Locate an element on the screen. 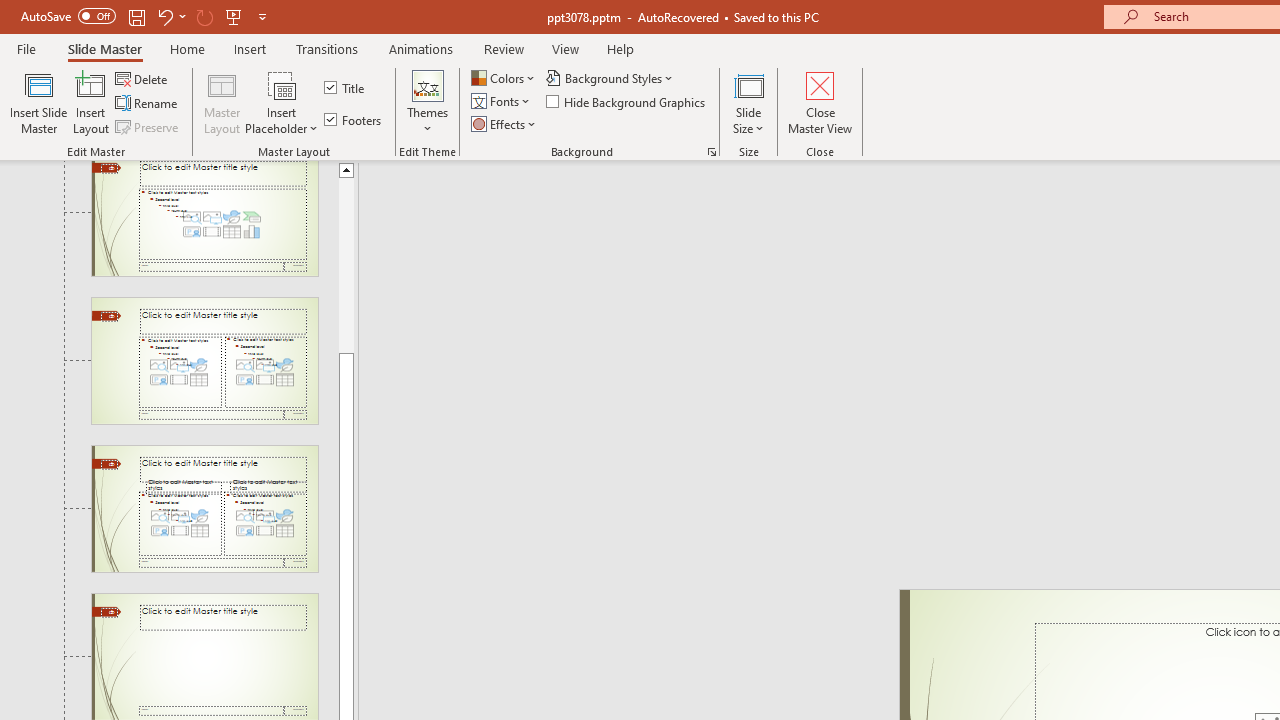  'Content' is located at coordinates (281, 84).